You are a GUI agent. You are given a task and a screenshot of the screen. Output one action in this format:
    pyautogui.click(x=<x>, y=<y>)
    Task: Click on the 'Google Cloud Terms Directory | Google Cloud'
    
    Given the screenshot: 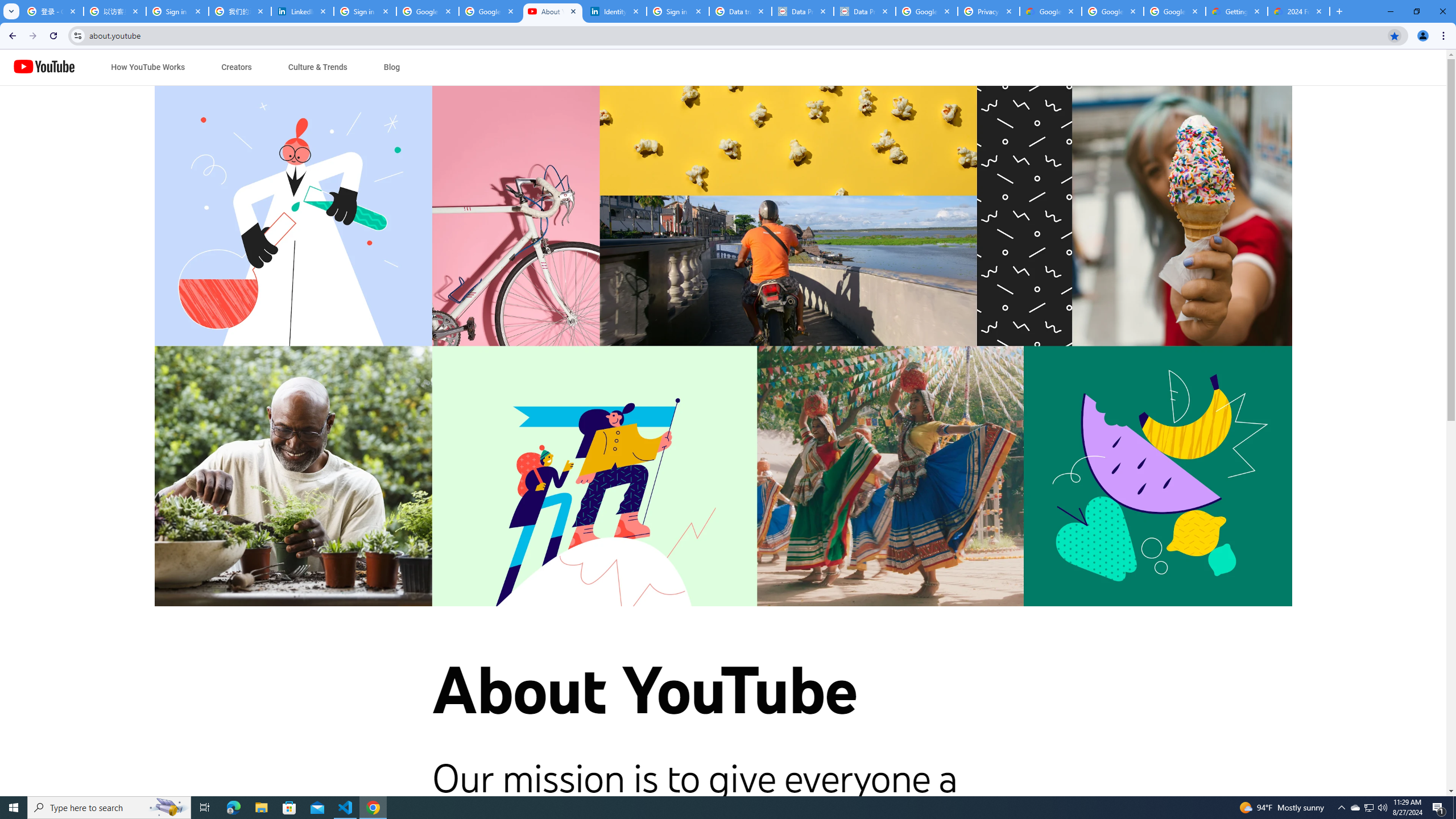 What is the action you would take?
    pyautogui.click(x=1050, y=11)
    